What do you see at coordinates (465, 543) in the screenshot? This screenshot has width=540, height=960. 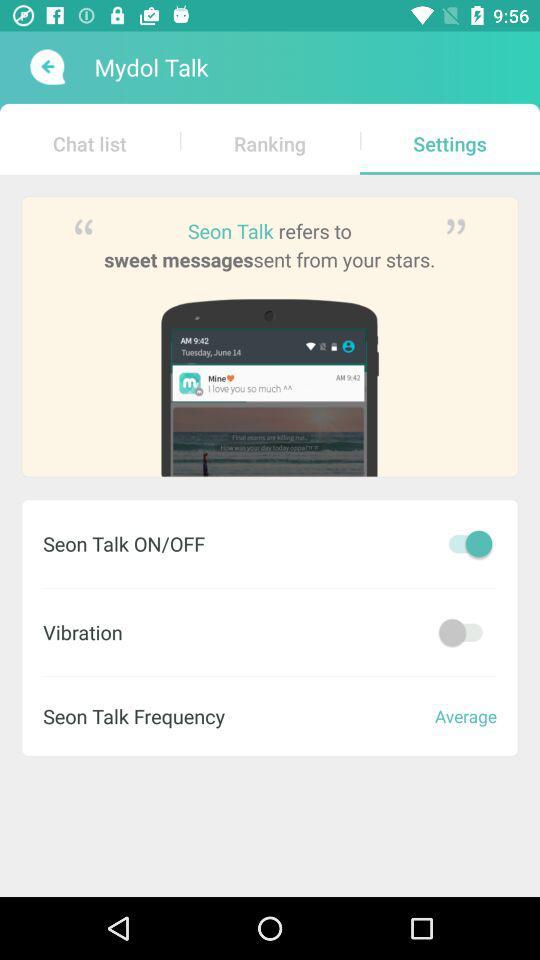 I see `seon talk option` at bounding box center [465, 543].